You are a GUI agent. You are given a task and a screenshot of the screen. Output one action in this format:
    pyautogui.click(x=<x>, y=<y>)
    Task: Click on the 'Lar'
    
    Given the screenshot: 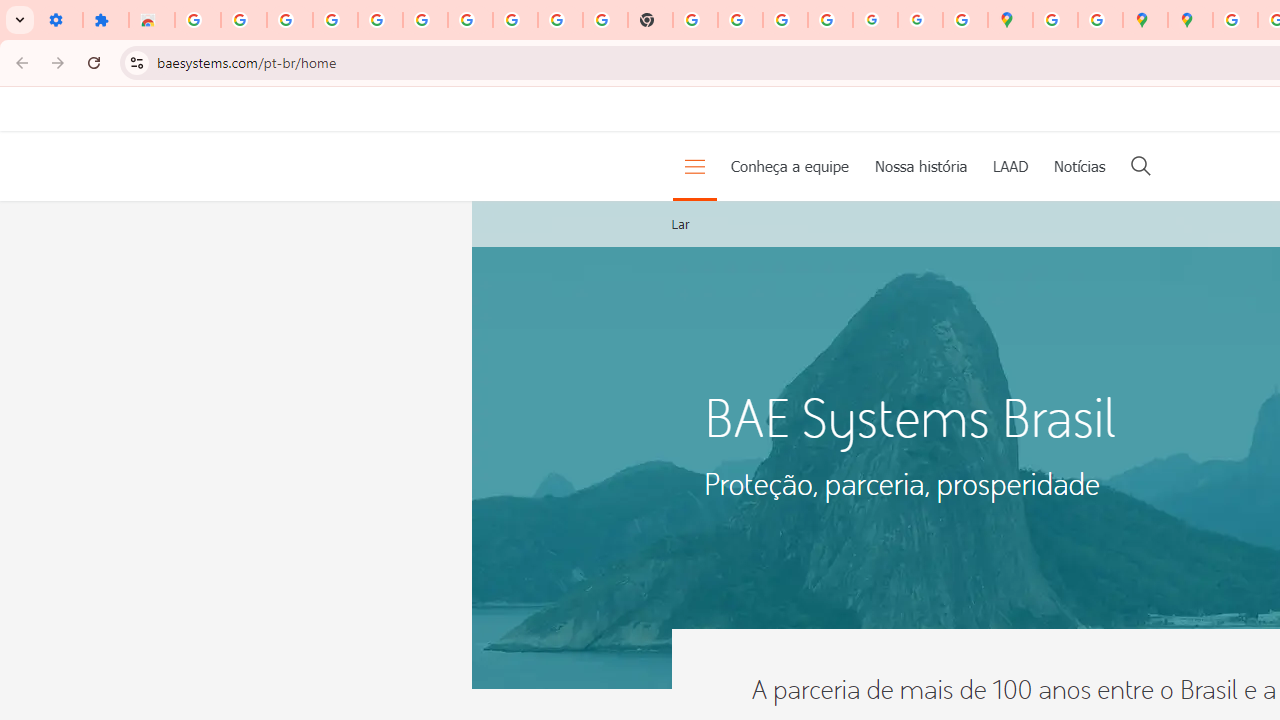 What is the action you would take?
    pyautogui.click(x=680, y=223)
    